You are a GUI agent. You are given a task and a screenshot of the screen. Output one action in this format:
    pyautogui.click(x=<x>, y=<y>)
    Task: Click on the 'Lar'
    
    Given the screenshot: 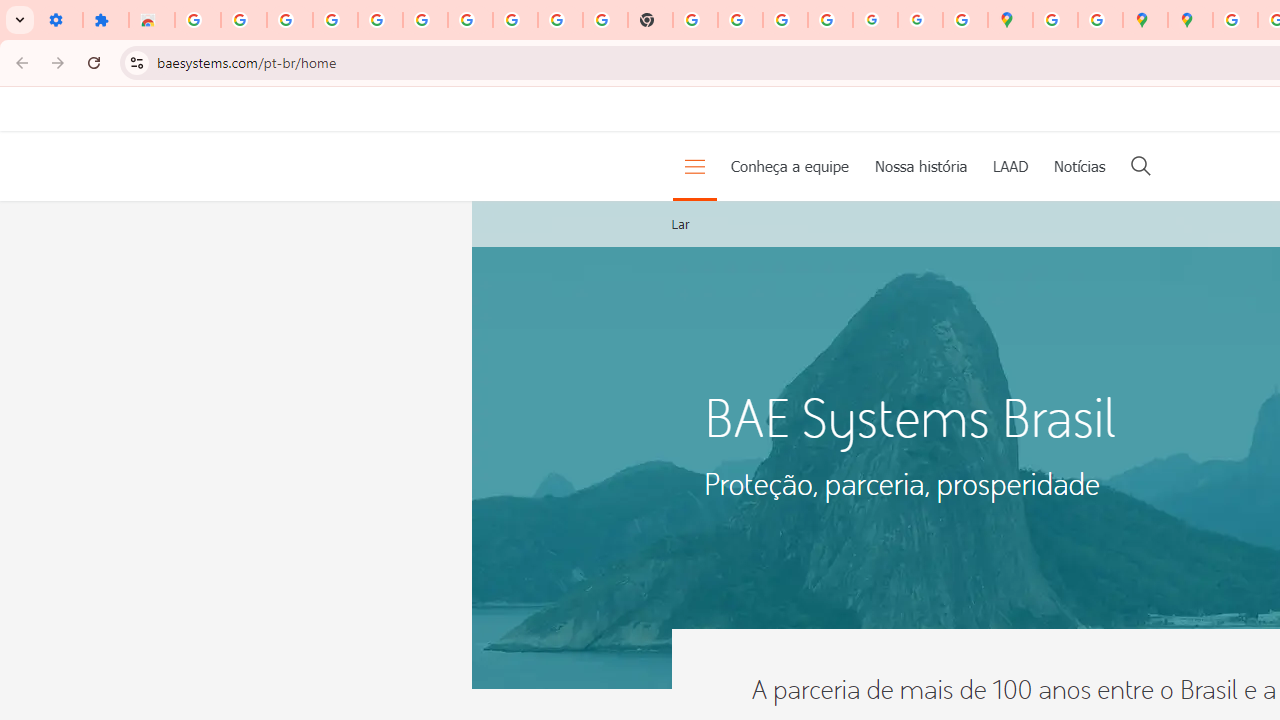 What is the action you would take?
    pyautogui.click(x=680, y=223)
    